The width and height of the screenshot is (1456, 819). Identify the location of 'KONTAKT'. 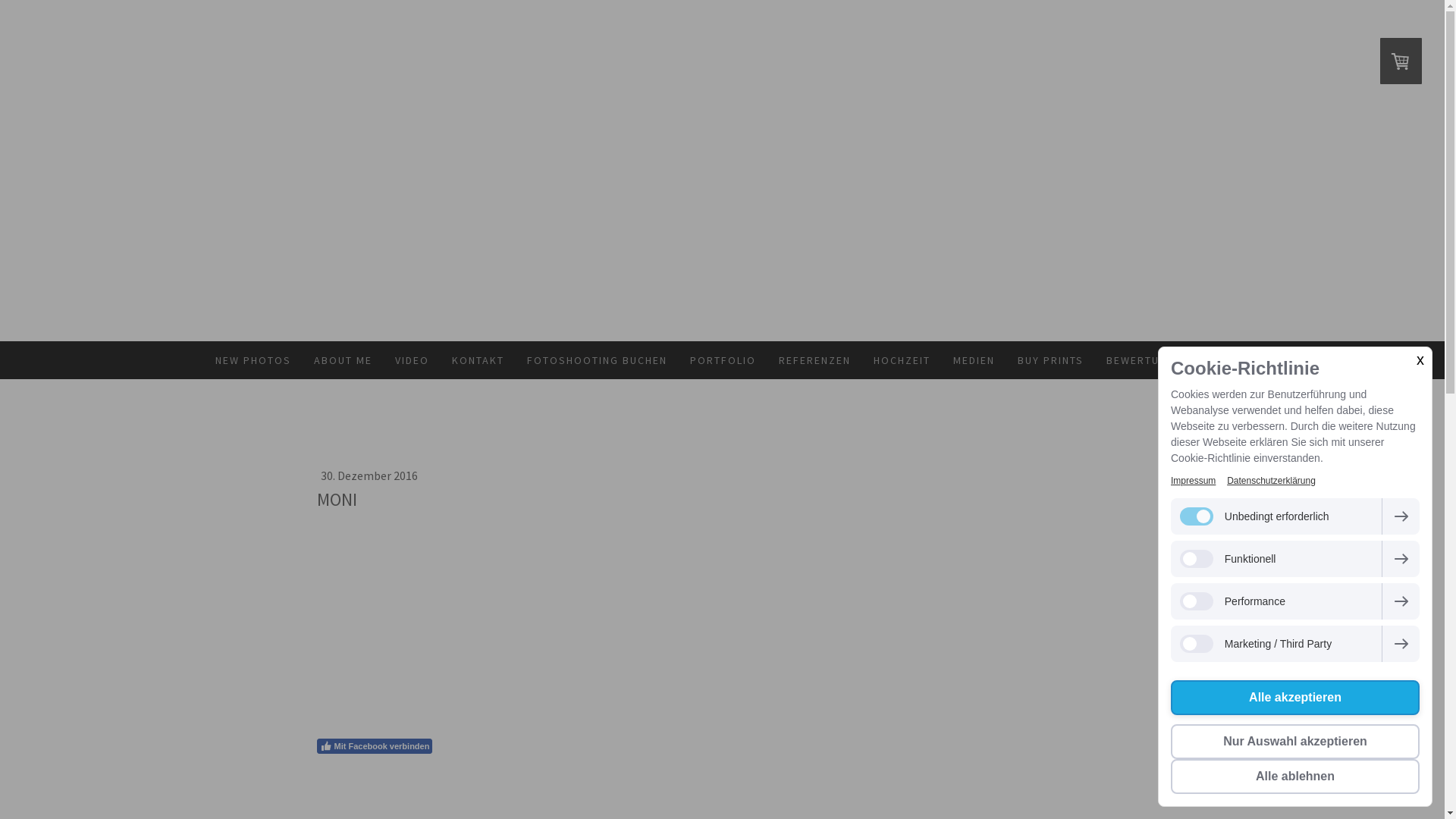
(476, 359).